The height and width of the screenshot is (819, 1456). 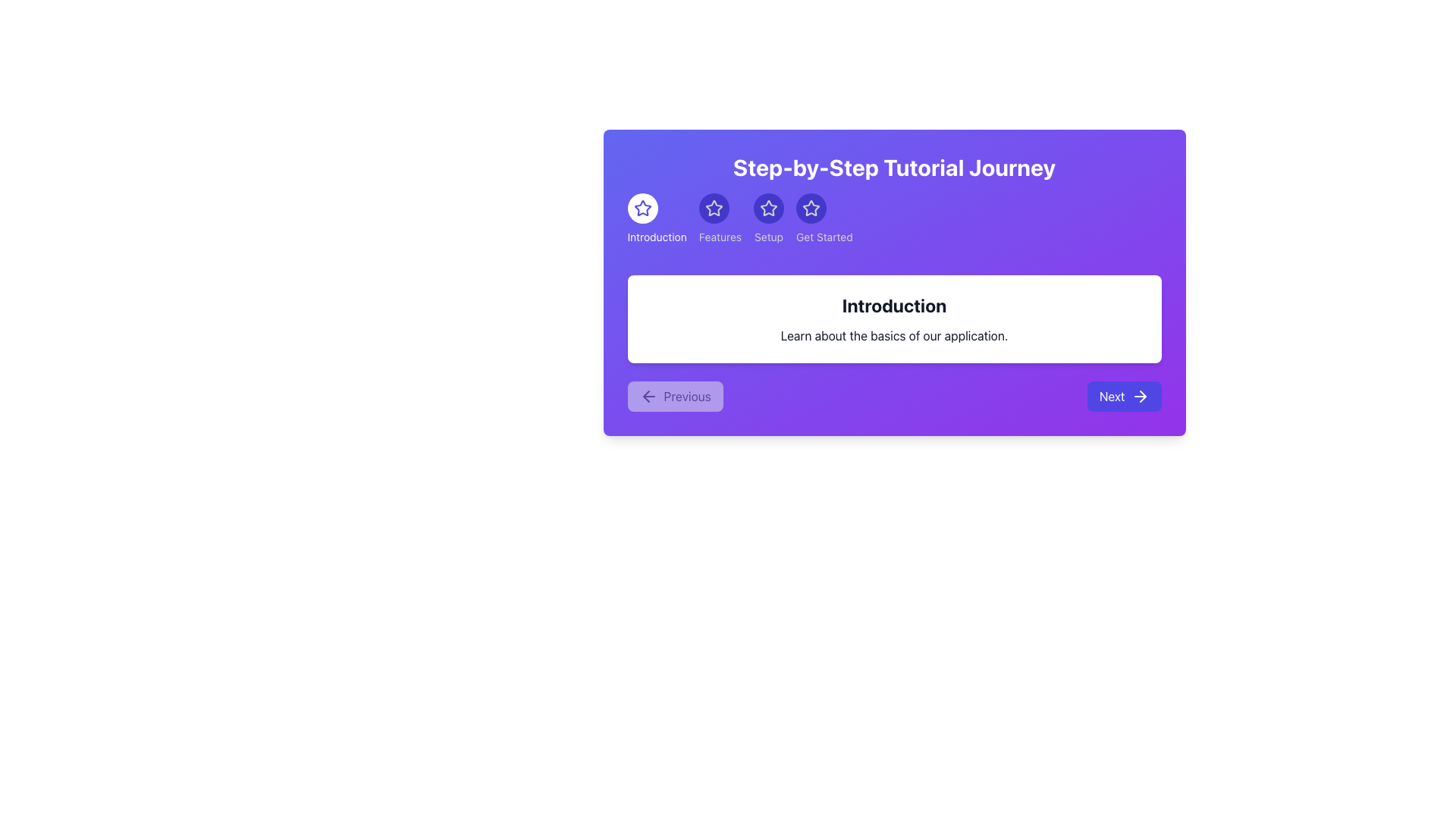 I want to click on the circular blue button with a white outlined star icon labeled 'Setup' in the navigation bar of the 'Step-by-Step Tutorial Journey', so click(x=768, y=208).